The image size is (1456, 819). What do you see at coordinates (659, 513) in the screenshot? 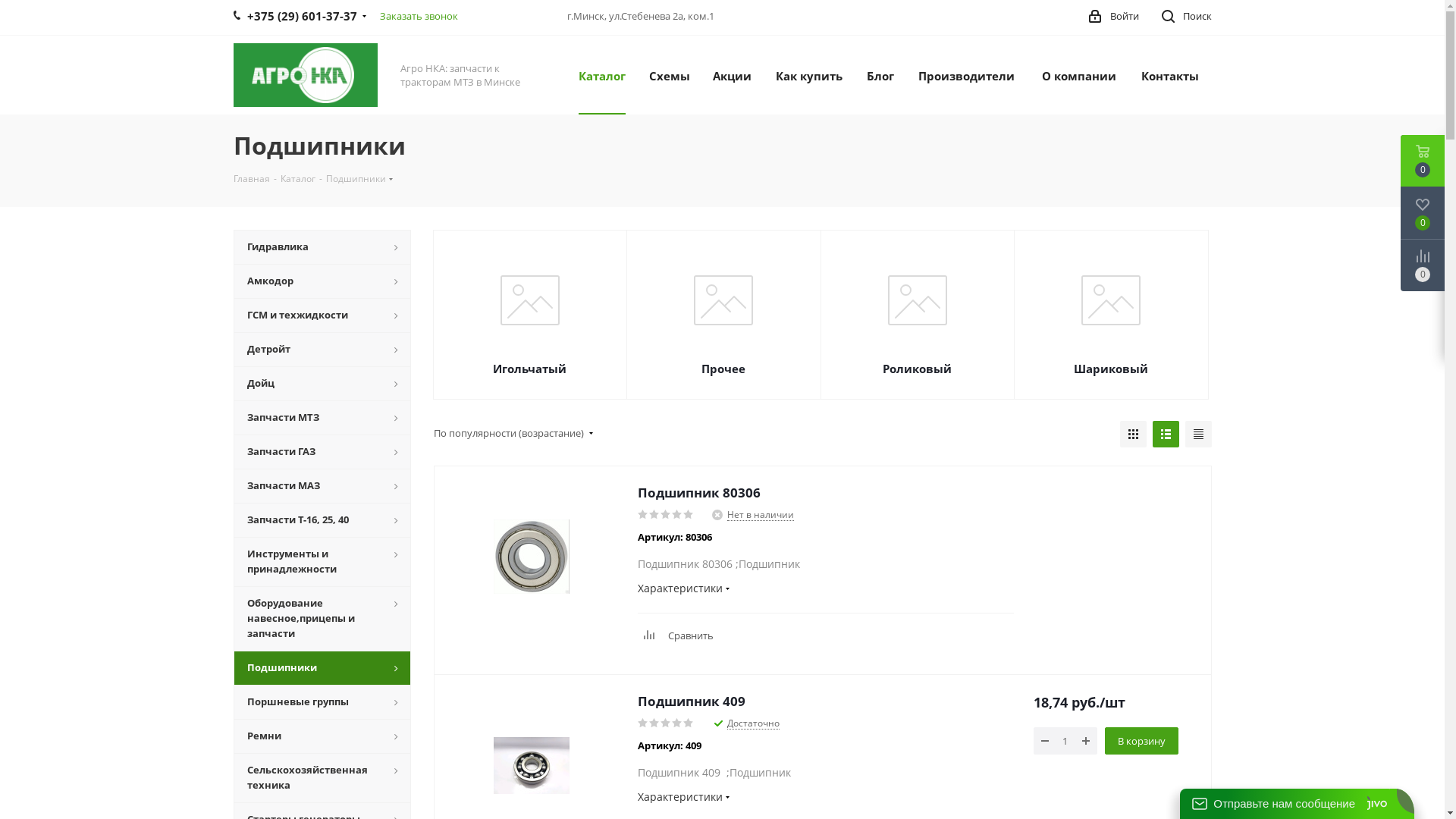
I see `'3'` at bounding box center [659, 513].